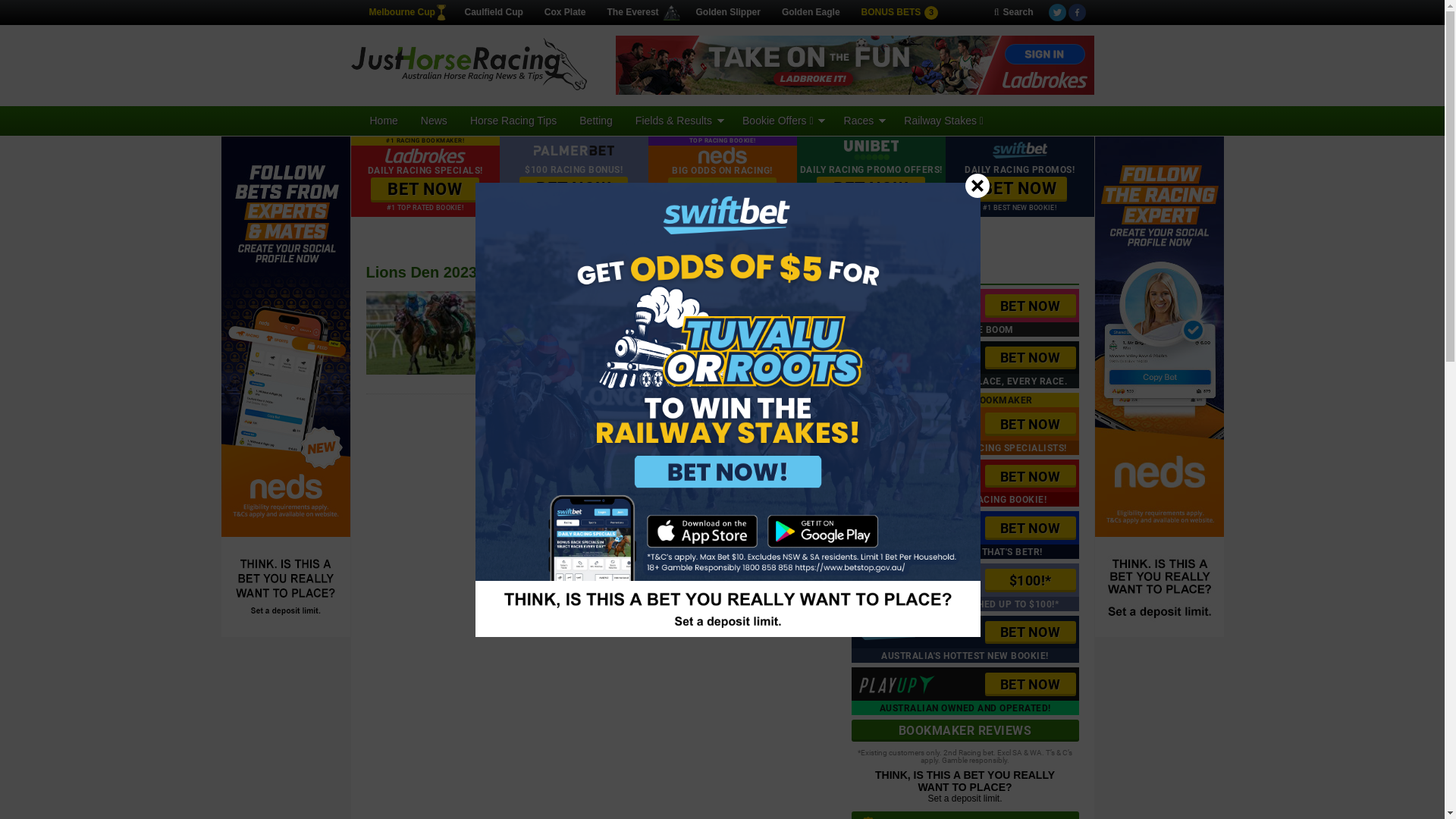 The width and height of the screenshot is (1456, 819). Describe the element at coordinates (964, 730) in the screenshot. I see `'BOOKMAKER REVIEWS'` at that location.